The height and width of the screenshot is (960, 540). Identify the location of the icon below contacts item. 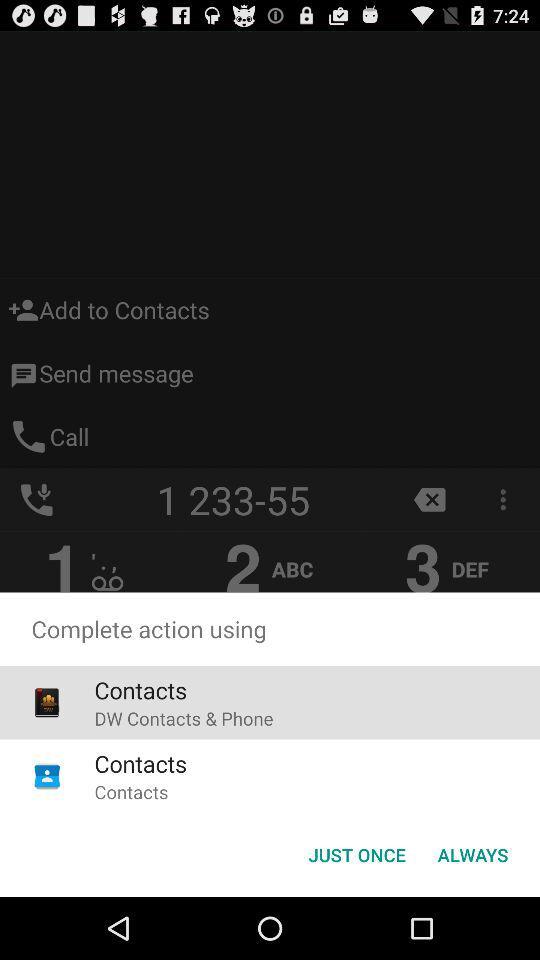
(183, 718).